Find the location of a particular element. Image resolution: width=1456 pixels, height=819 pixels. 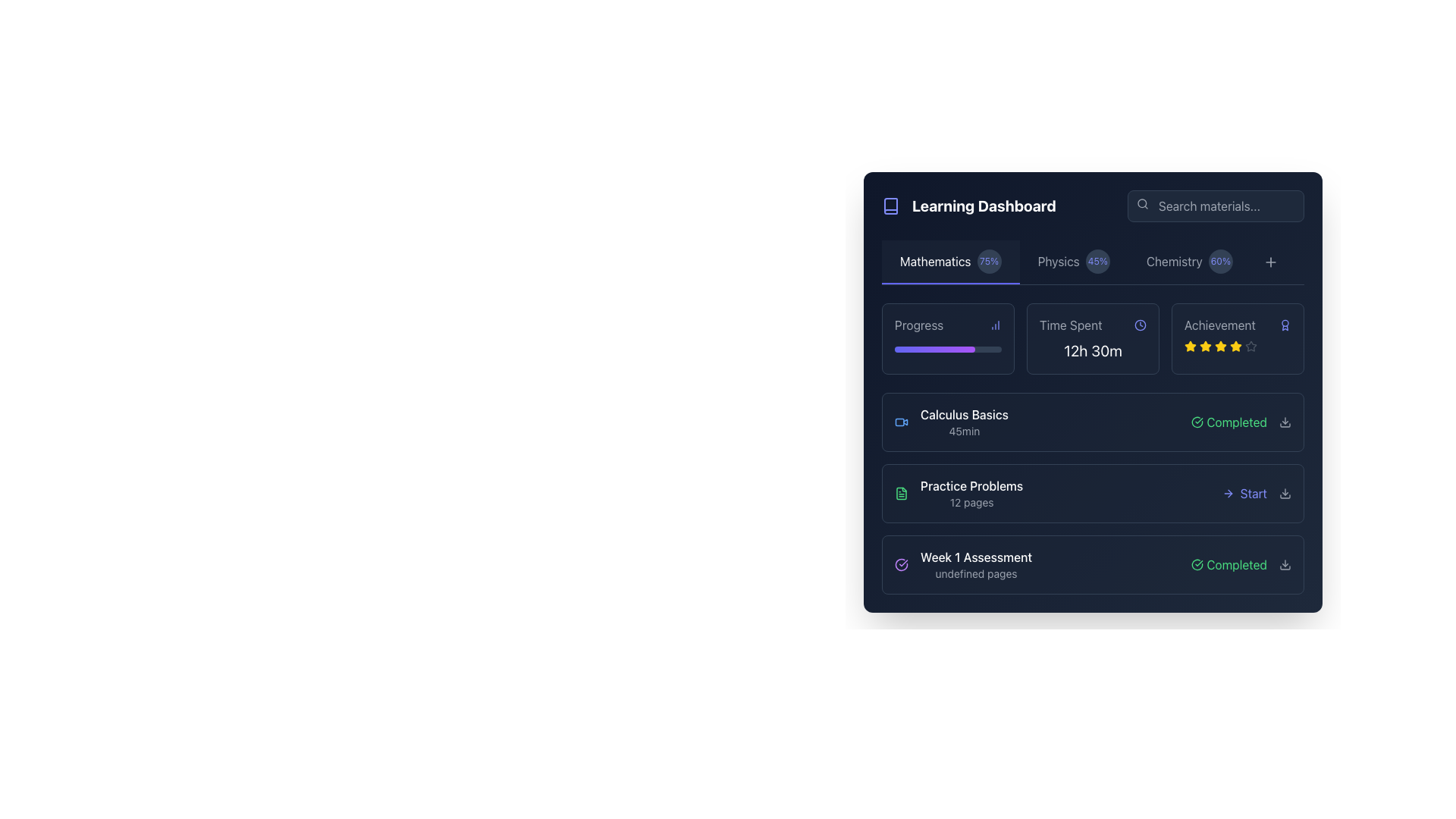

the 'Practice Problems' list item in the learning dashboard is located at coordinates (1093, 494).